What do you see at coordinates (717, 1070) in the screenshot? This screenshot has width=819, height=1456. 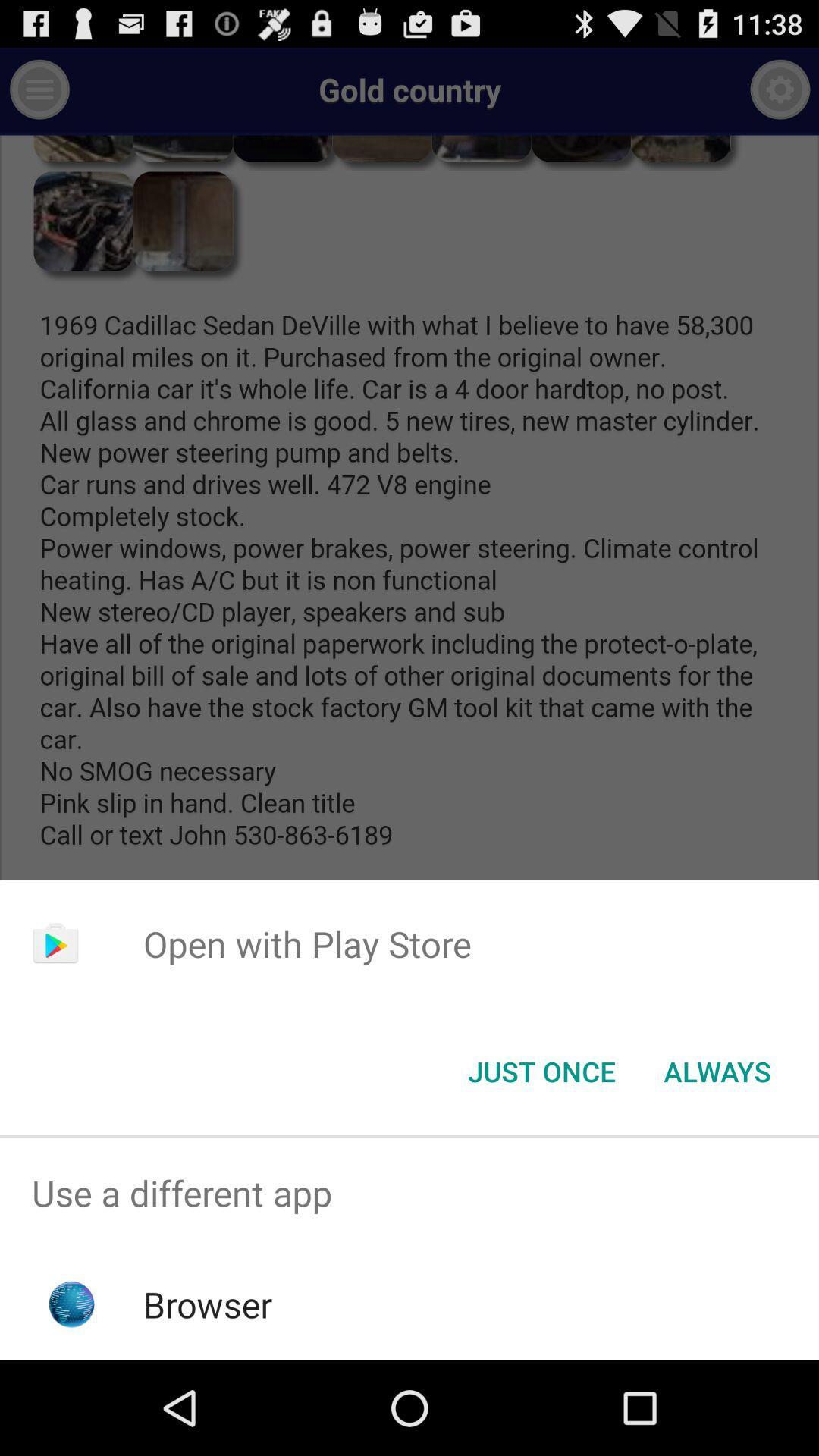 I see `the item to the right of just once icon` at bounding box center [717, 1070].